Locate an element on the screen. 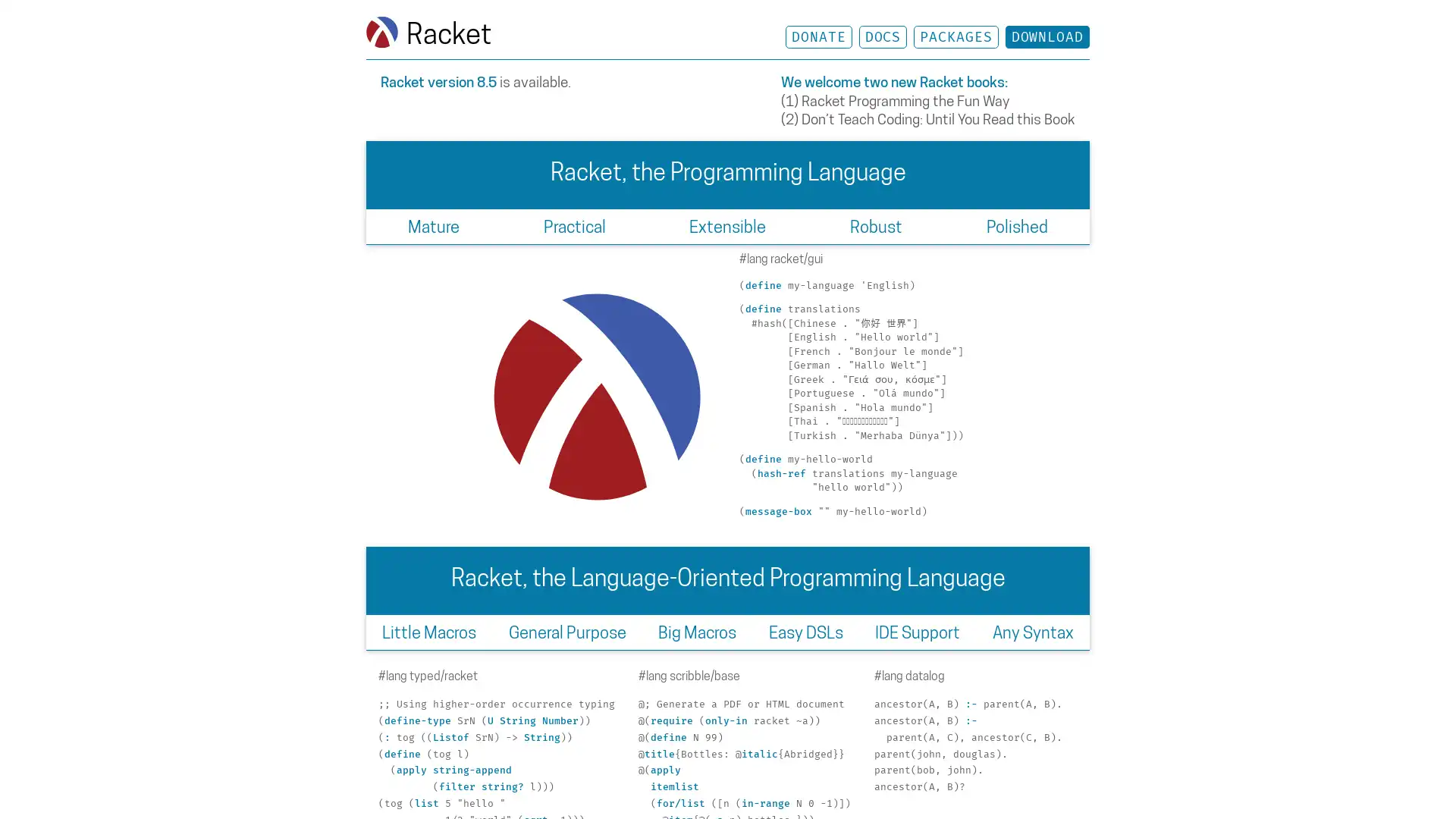 The height and width of the screenshot is (819, 1456). Polished is located at coordinates (1016, 226).